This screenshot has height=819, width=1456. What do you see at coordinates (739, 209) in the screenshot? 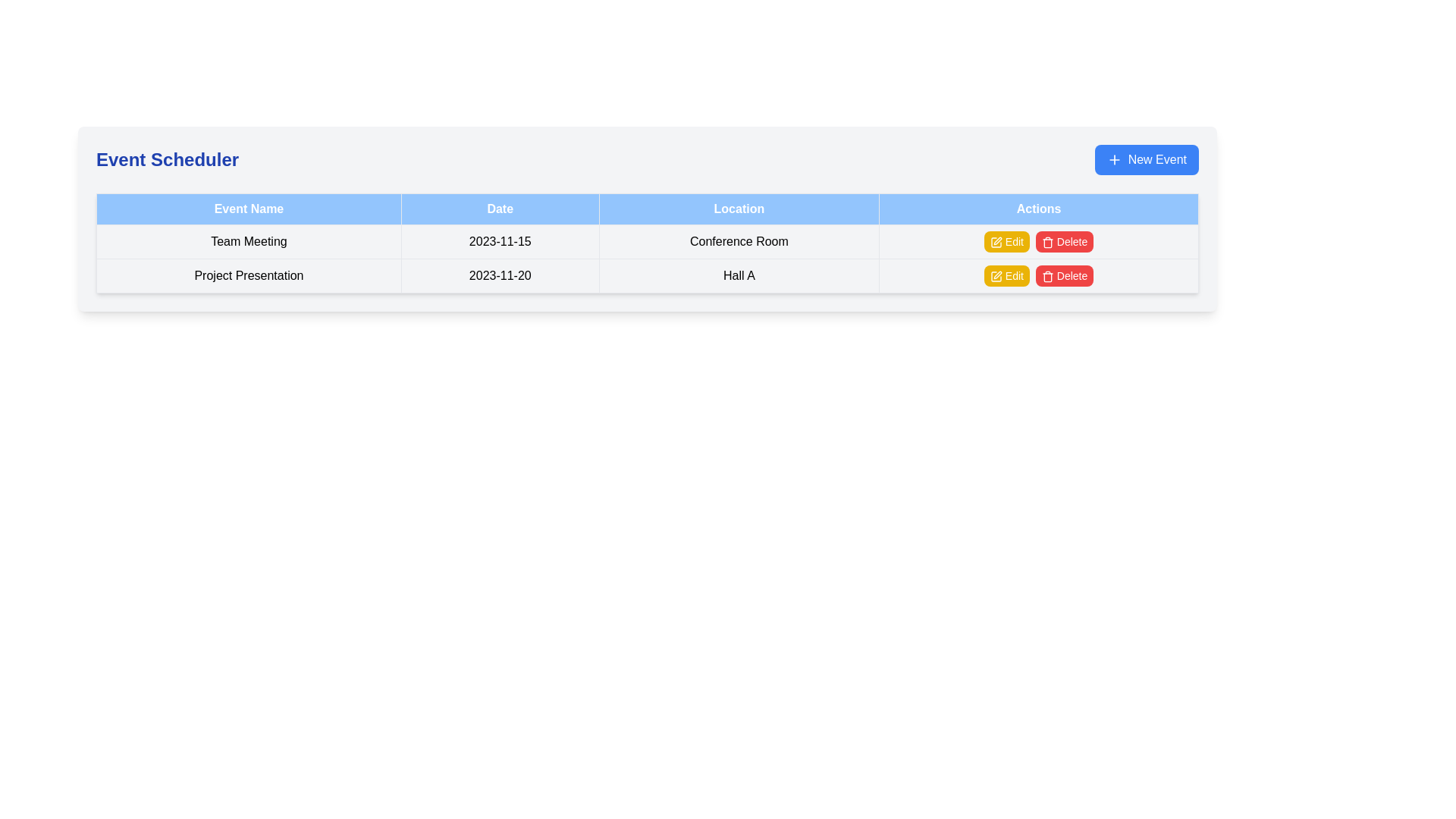
I see `the Table Header Cell labeled 'Location', which is the third column heading in the table header row, visually represented in a light blue rectangular section` at bounding box center [739, 209].